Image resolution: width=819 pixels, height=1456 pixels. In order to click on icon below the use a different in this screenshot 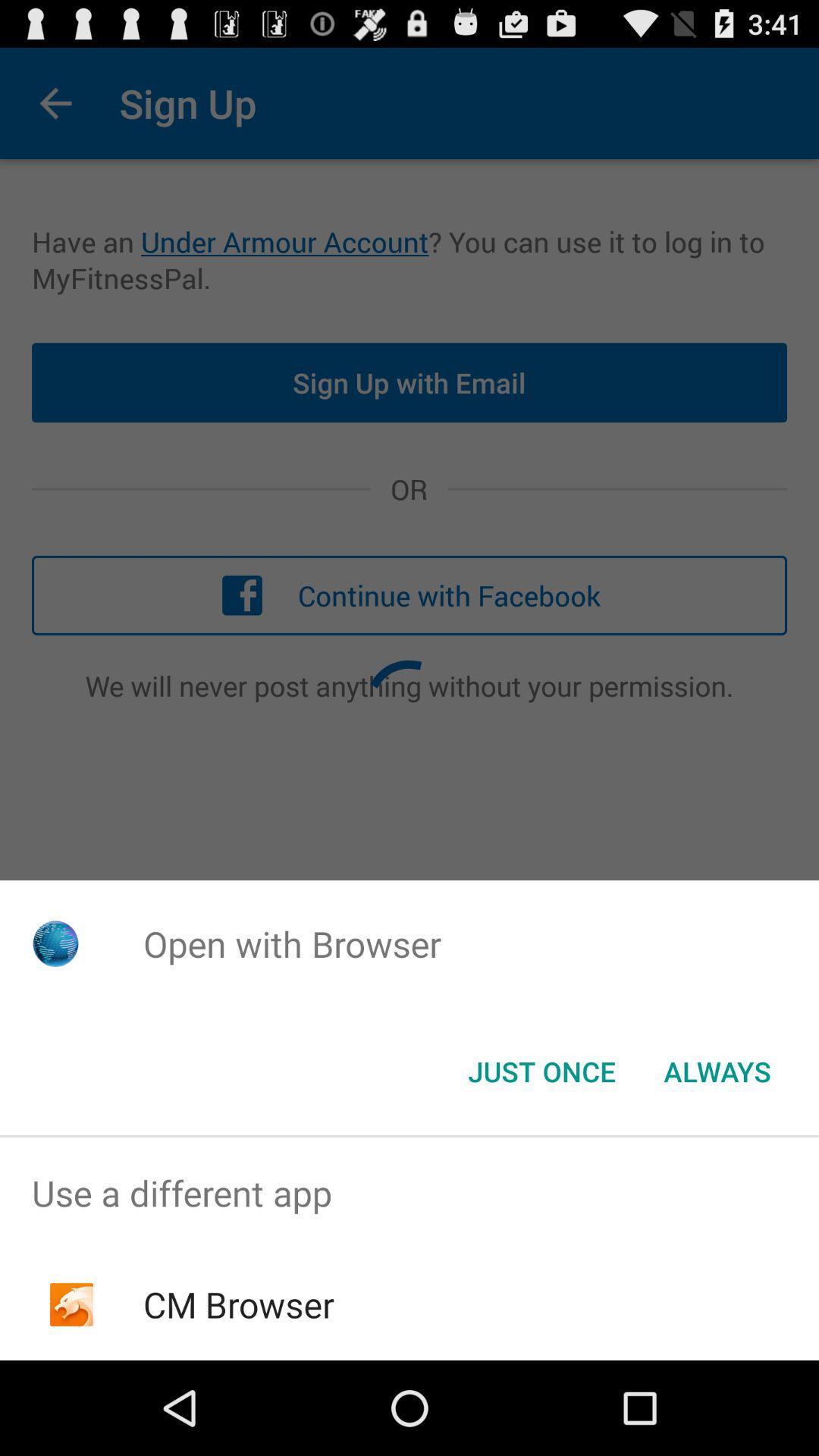, I will do `click(239, 1304)`.